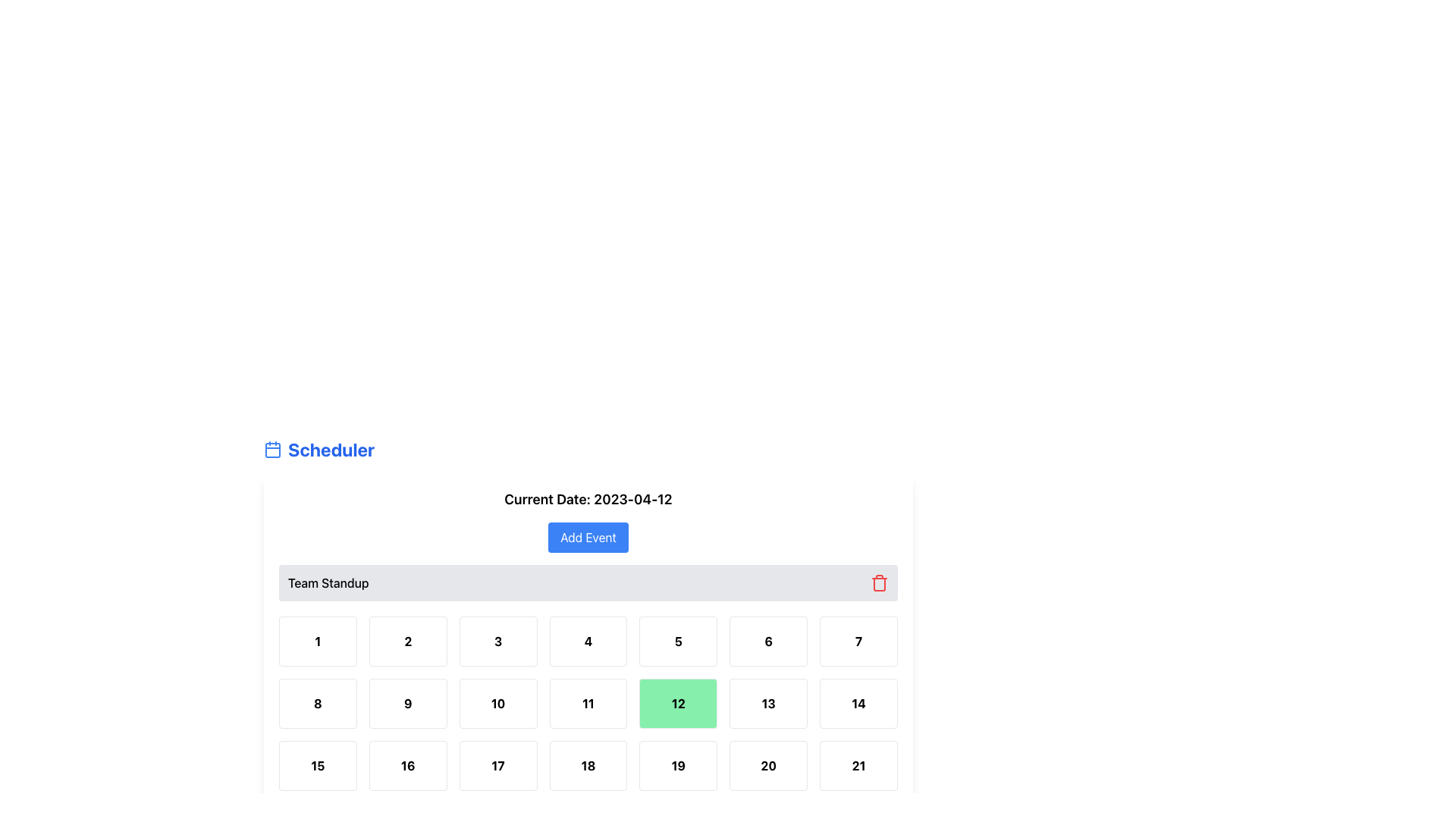 This screenshot has width=1456, height=819. What do you see at coordinates (588, 641) in the screenshot?
I see `the calendar cell representing the number 4 in the 'Team Standup' grid, located in the top row and between the numbers 3 and 5` at bounding box center [588, 641].